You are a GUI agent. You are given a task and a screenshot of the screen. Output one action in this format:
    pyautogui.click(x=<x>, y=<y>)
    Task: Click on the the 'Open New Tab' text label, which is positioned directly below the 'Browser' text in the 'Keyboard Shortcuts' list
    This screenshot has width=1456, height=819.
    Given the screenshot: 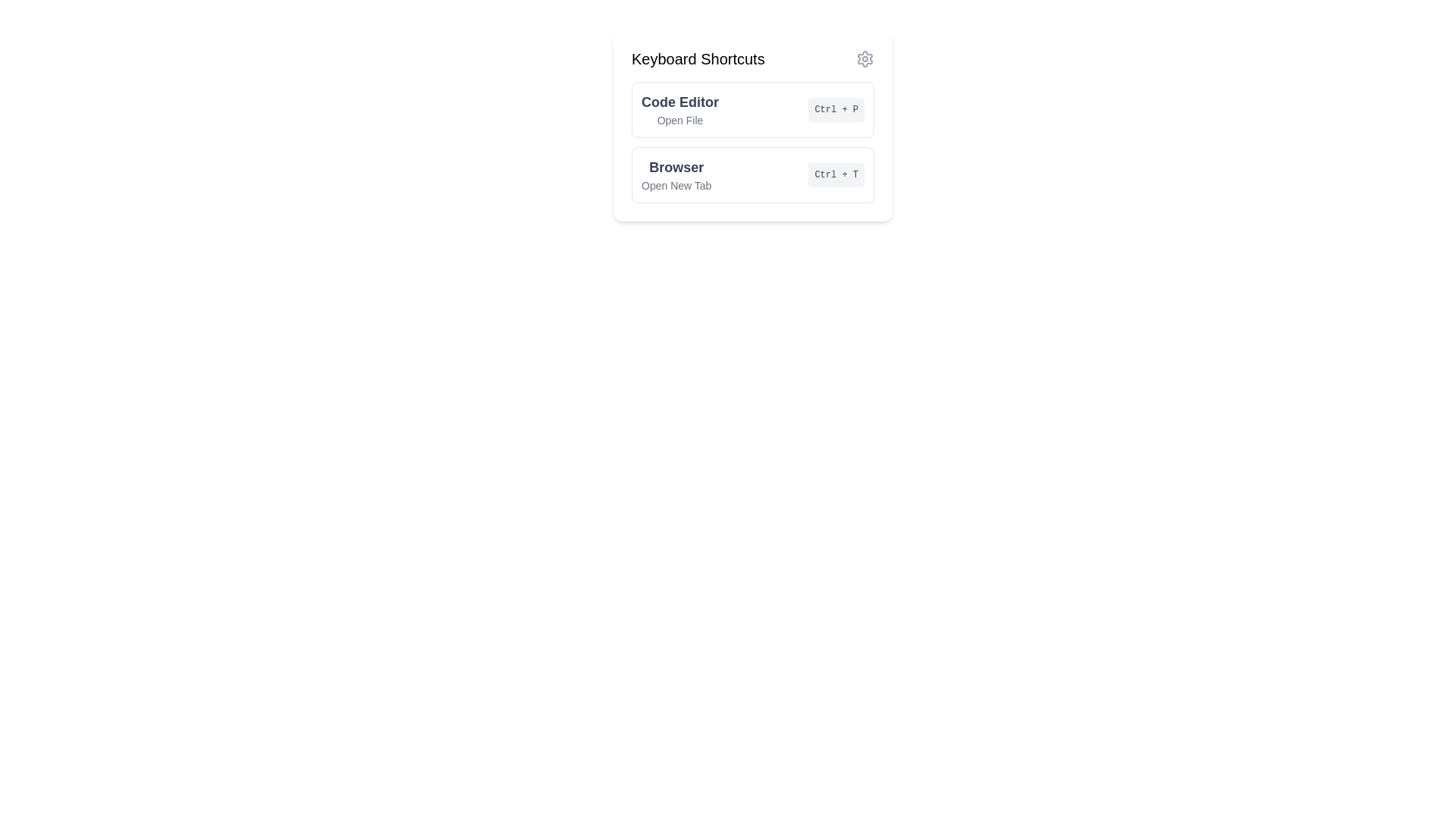 What is the action you would take?
    pyautogui.click(x=676, y=185)
    